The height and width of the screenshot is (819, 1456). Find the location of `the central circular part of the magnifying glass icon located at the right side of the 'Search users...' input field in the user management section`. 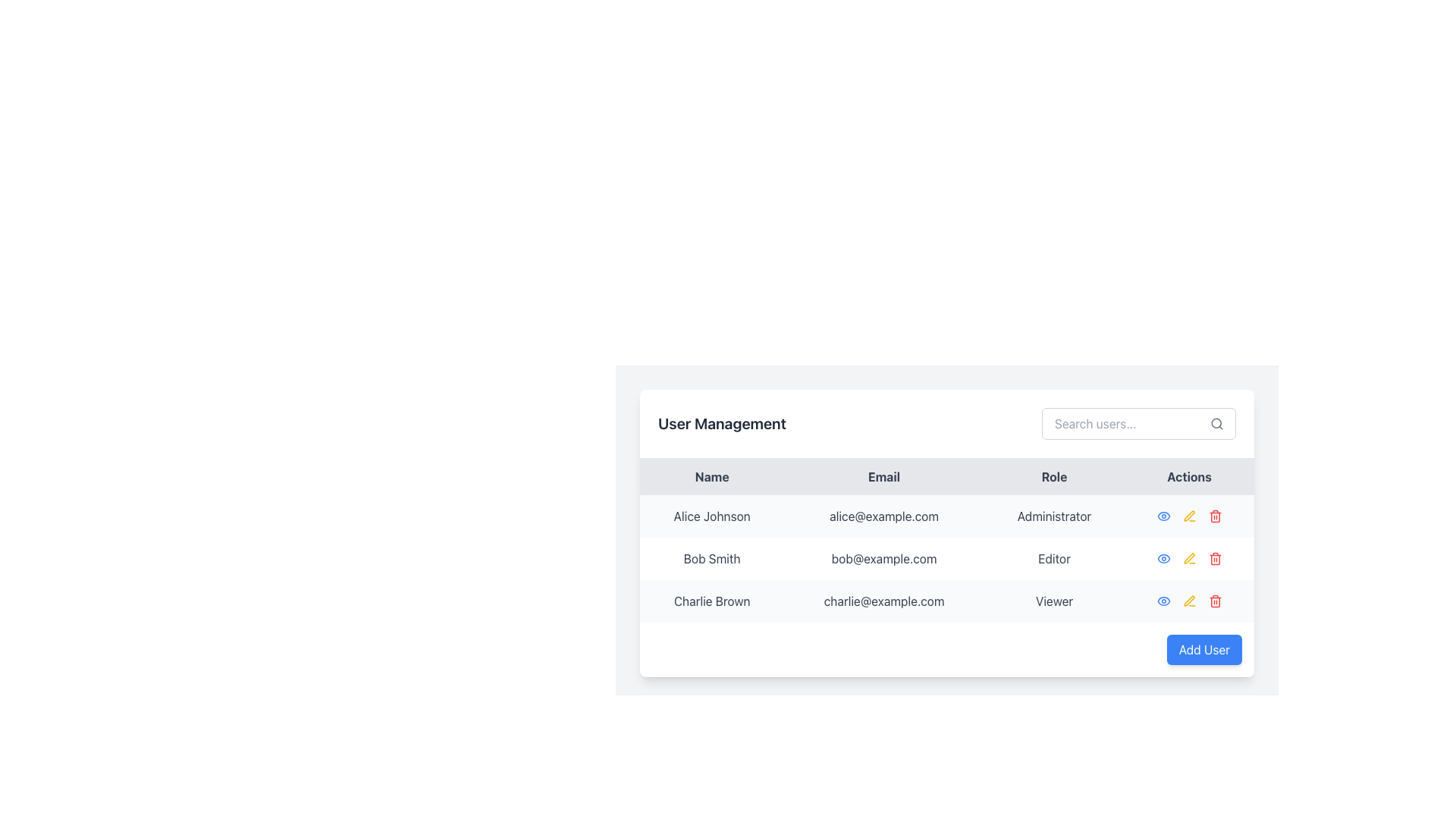

the central circular part of the magnifying glass icon located at the right side of the 'Search users...' input field in the user management section is located at coordinates (1216, 423).